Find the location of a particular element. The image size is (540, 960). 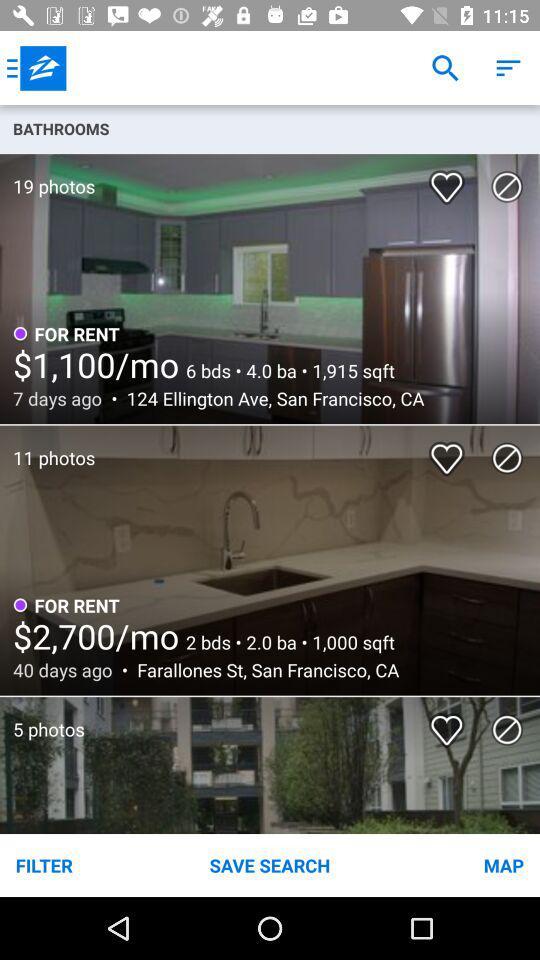

the item above the 124 ellington ave is located at coordinates (286, 369).